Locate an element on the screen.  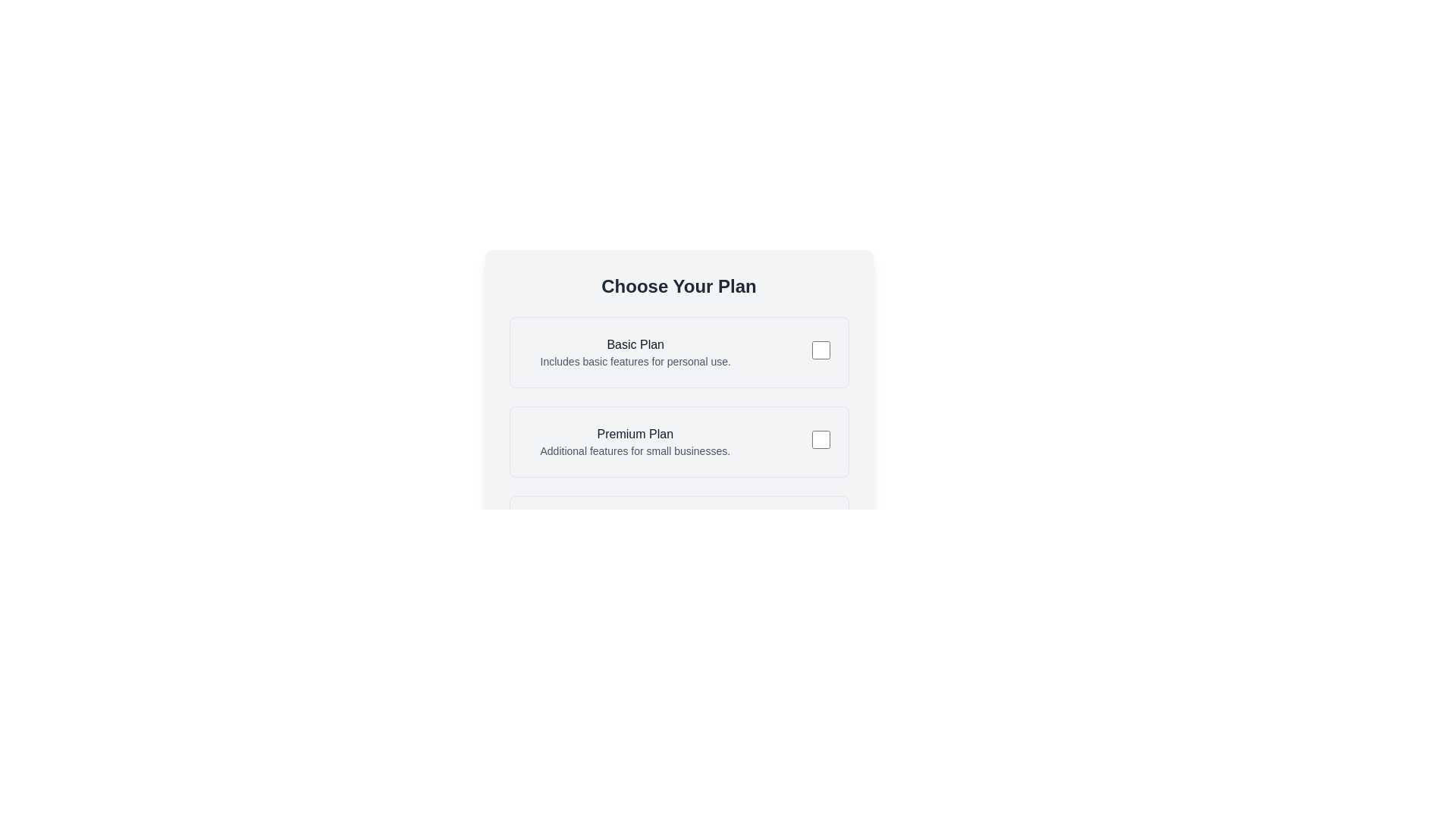
details of the 'Premium Plan' option, which includes the text 'Premium Plan' and 'Additional features for small businesses.' located in the second option of the plans list is located at coordinates (635, 441).